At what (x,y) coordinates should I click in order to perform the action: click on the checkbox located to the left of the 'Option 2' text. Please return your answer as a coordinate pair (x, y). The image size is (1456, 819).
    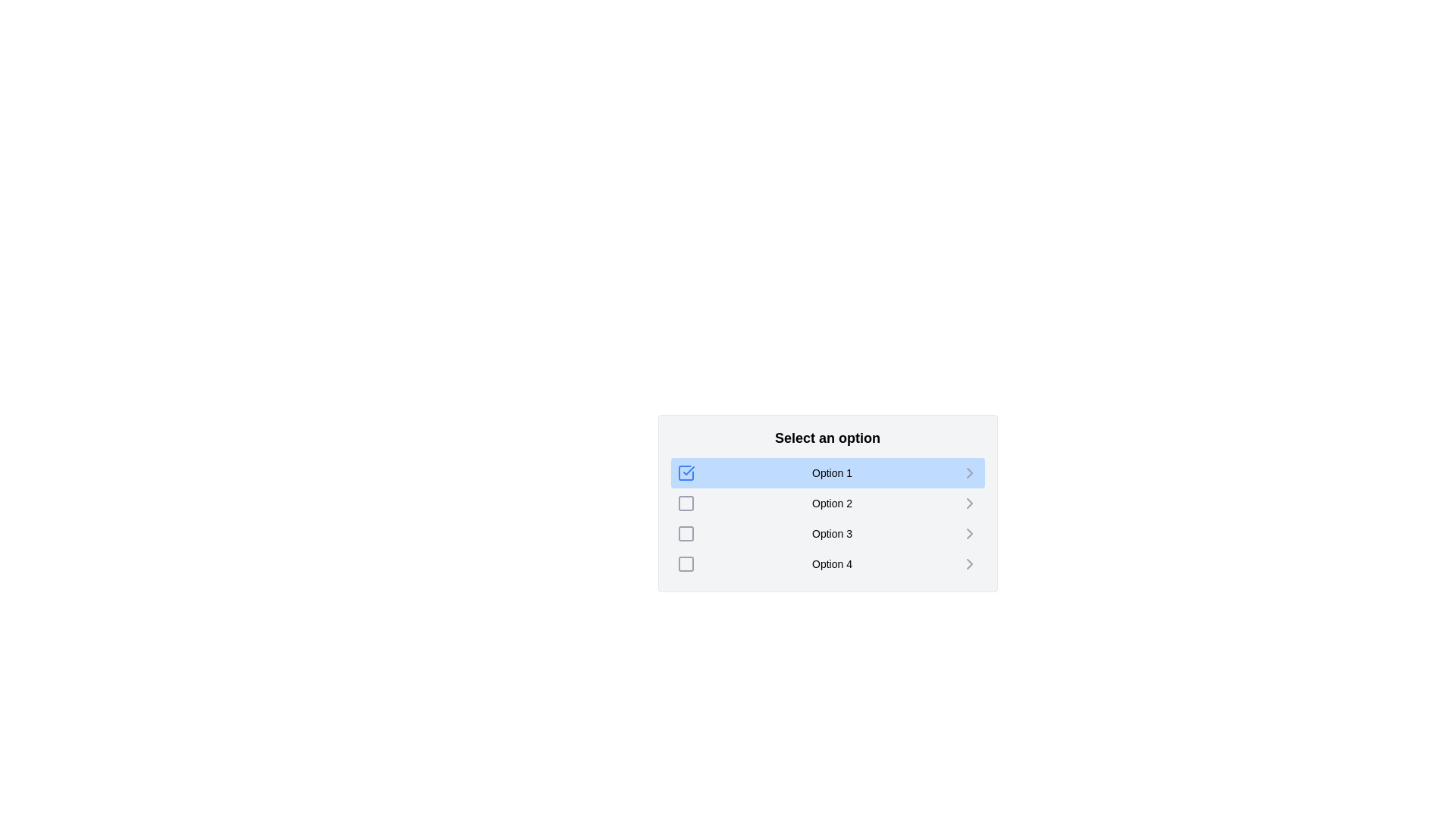
    Looking at the image, I should click on (685, 503).